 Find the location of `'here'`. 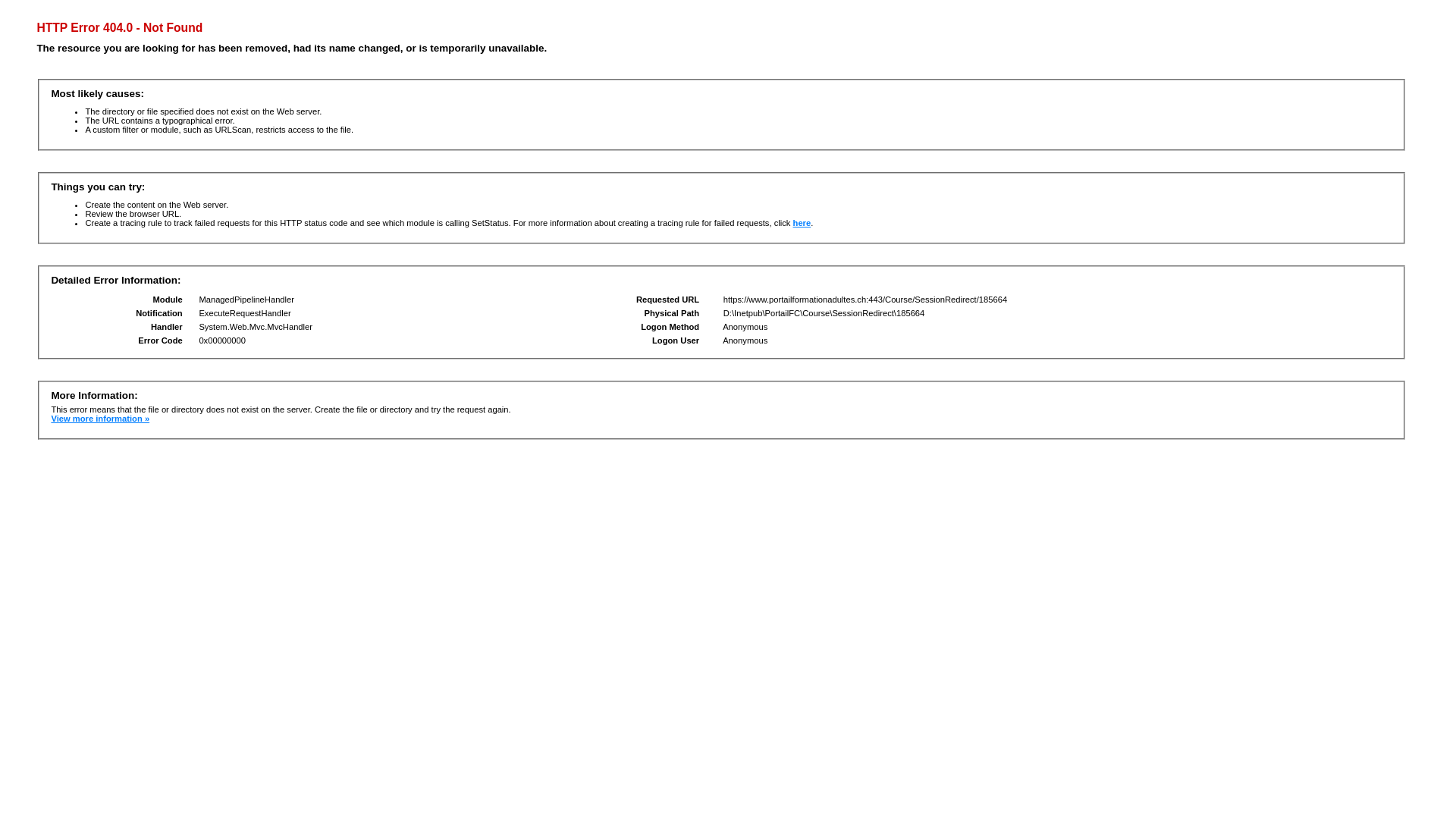

'here' is located at coordinates (801, 222).